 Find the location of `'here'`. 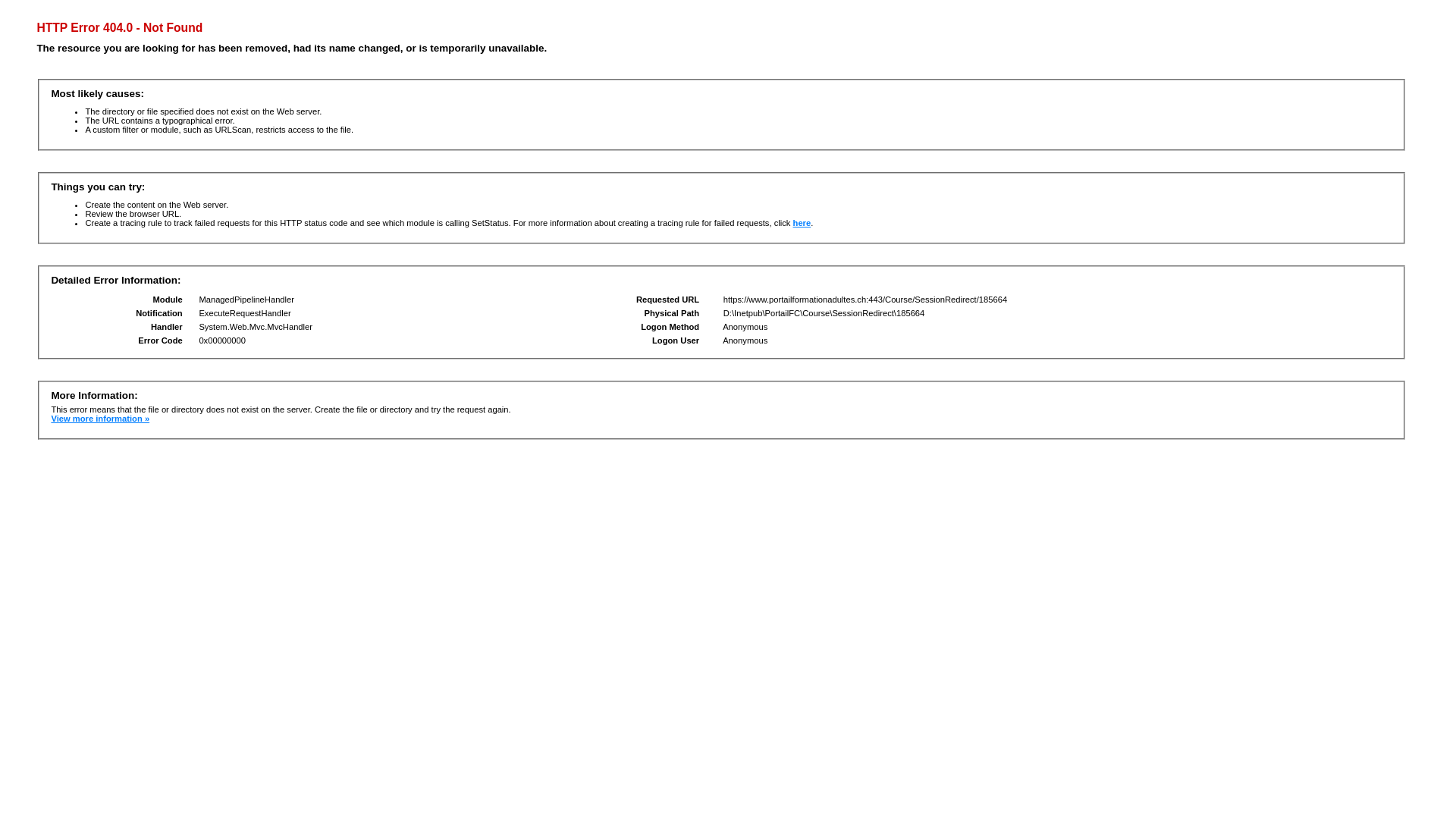

'here' is located at coordinates (801, 222).